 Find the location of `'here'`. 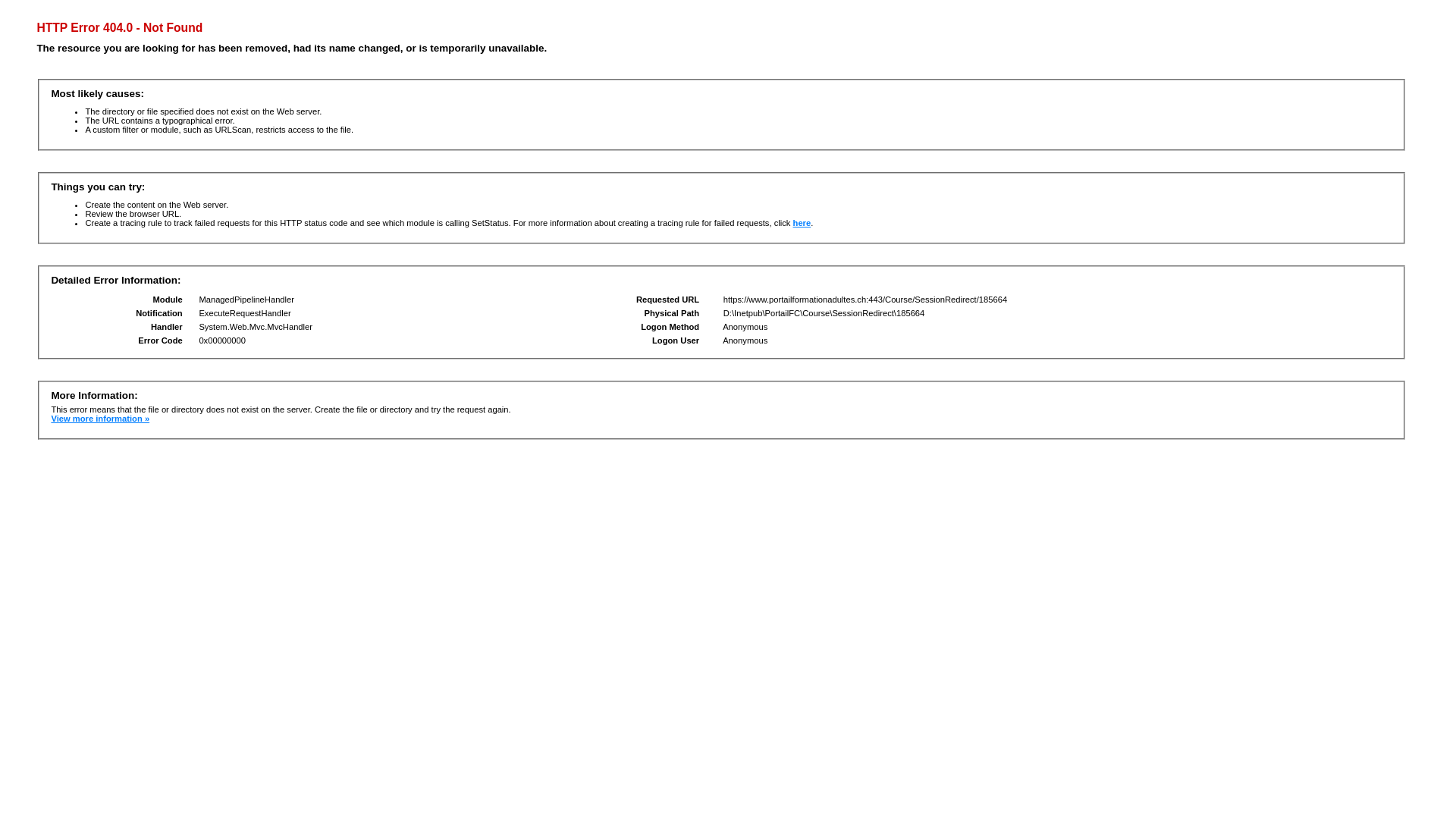

'here' is located at coordinates (801, 222).